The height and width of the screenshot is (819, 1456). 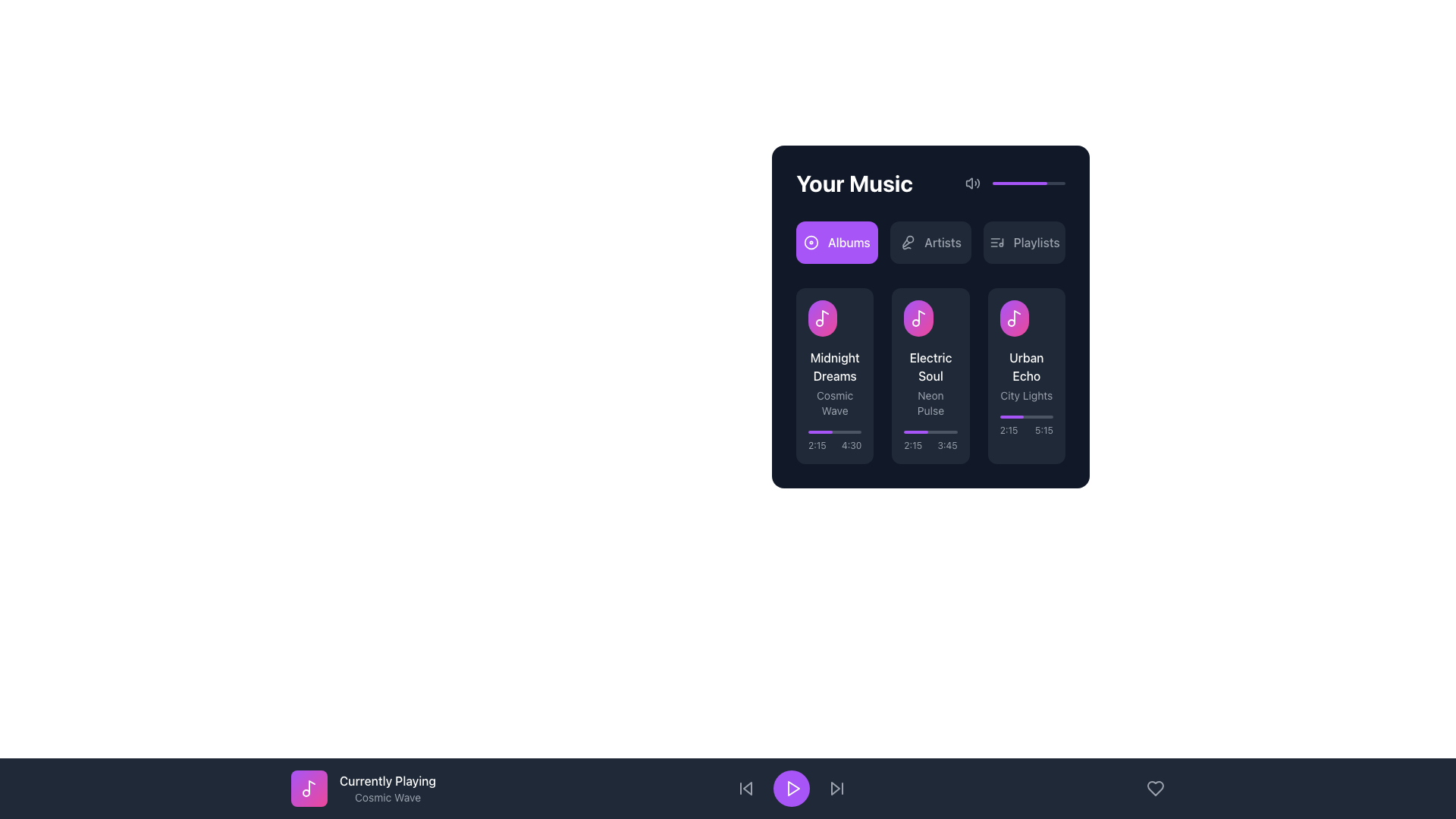 I want to click on the 'Artists' button with a dark gray background and a microphone icon, so click(x=930, y=242).